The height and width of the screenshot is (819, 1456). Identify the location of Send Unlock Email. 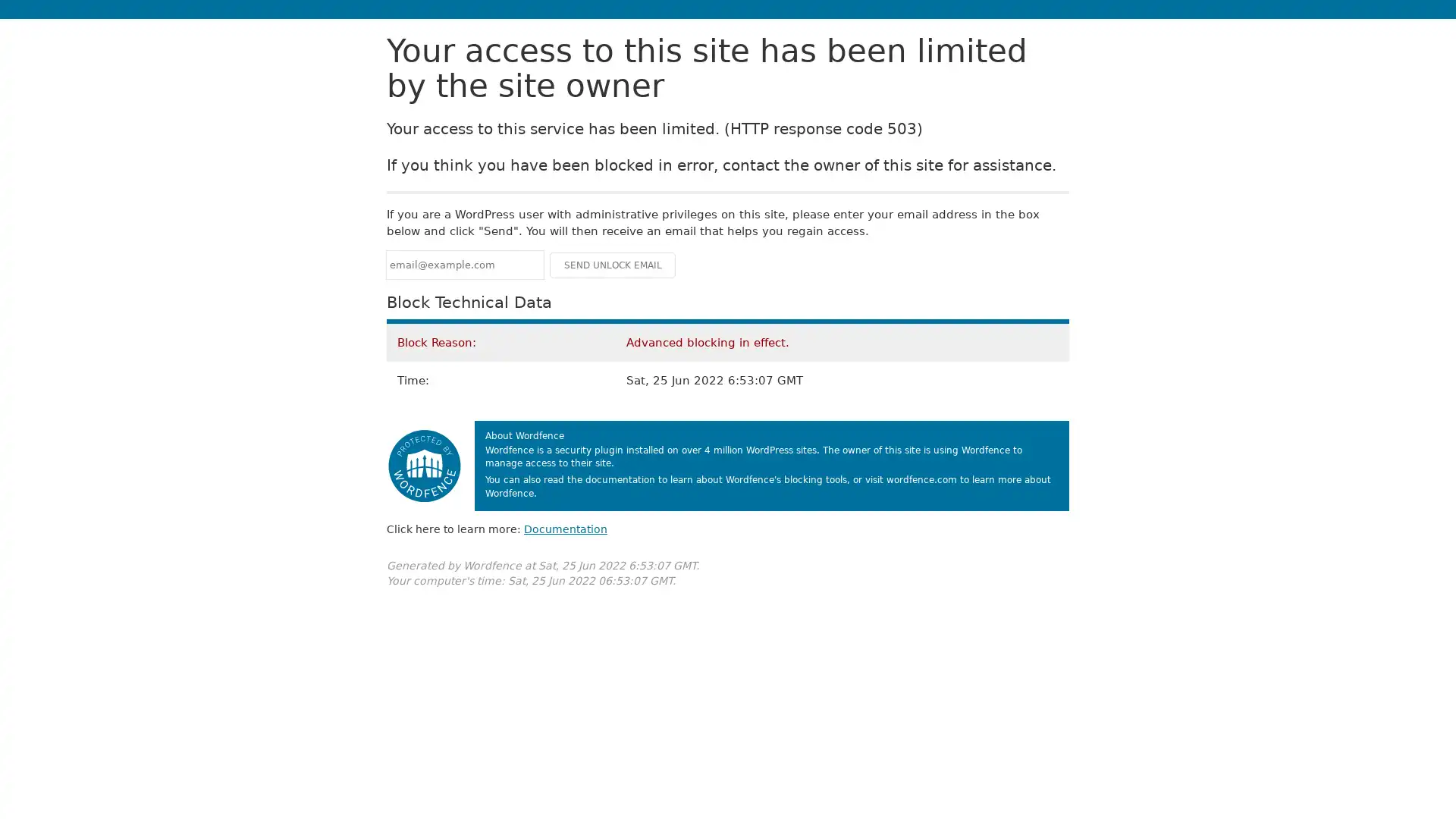
(612, 264).